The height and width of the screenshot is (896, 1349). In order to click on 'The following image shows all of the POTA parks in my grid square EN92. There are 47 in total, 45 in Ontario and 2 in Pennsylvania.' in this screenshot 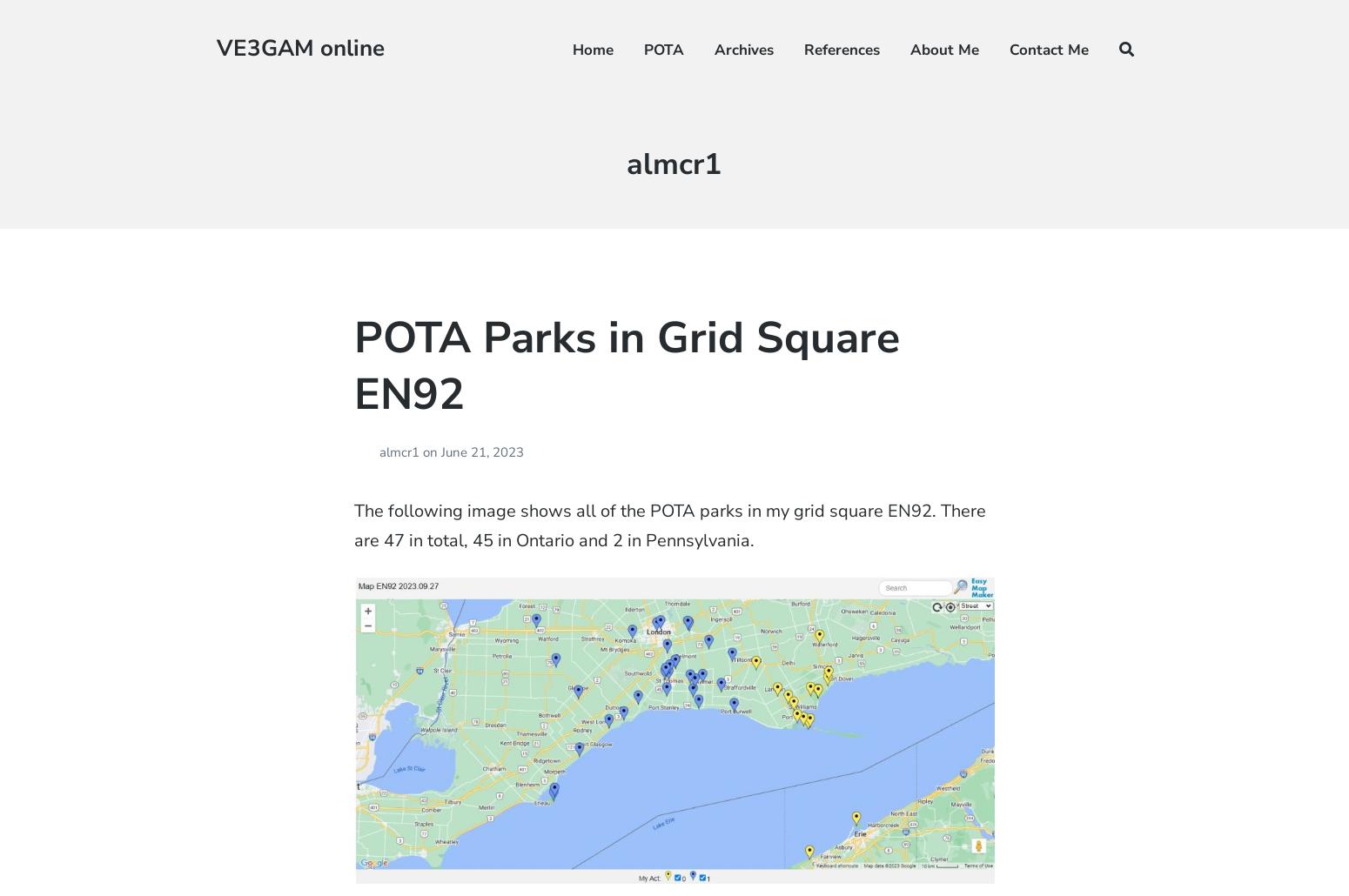, I will do `click(668, 524)`.